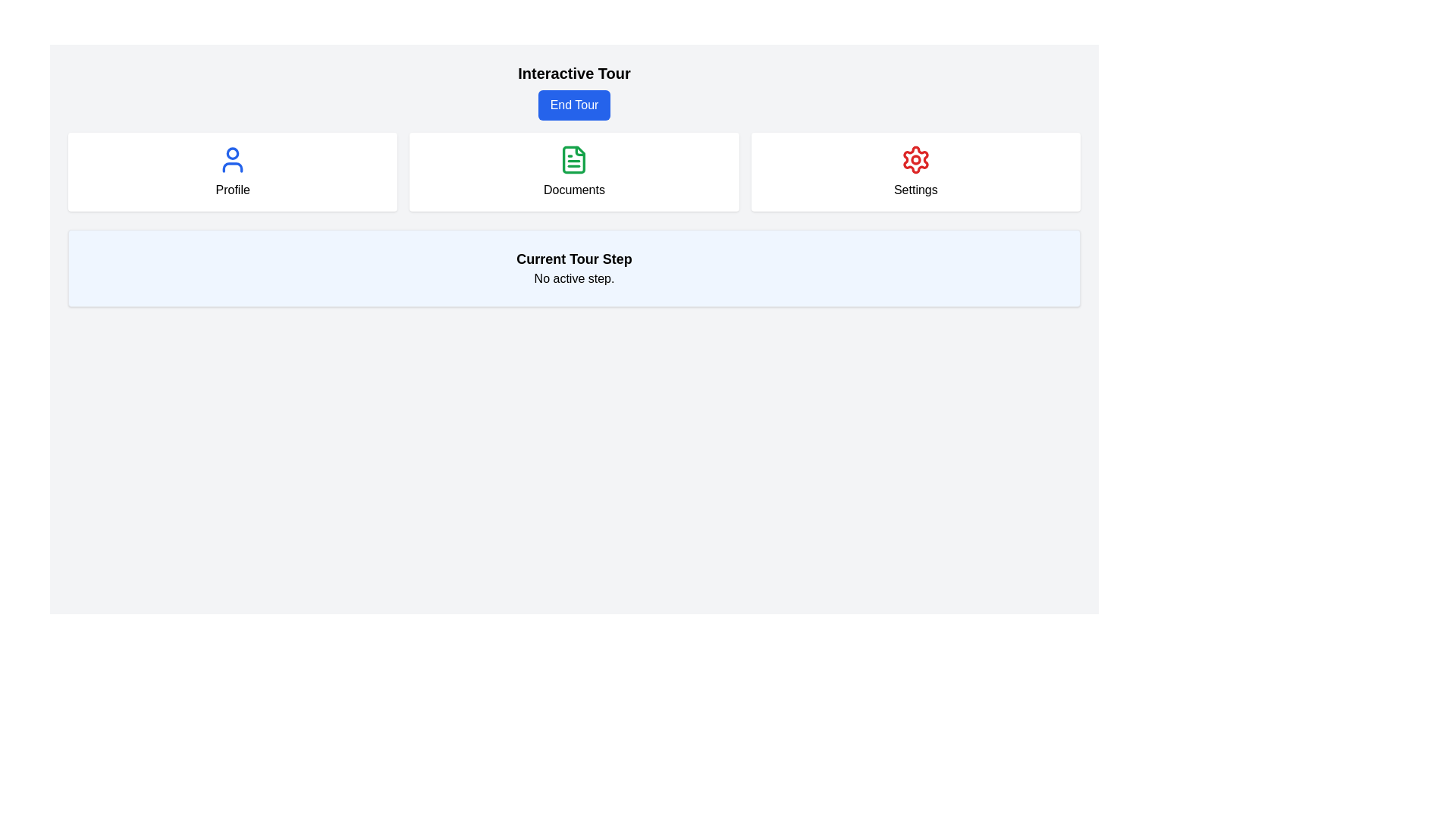  What do you see at coordinates (573, 171) in the screenshot?
I see `the 'Documents' card/button, which is the middle item in a grid layout between 'Profile' and 'Settings'` at bounding box center [573, 171].